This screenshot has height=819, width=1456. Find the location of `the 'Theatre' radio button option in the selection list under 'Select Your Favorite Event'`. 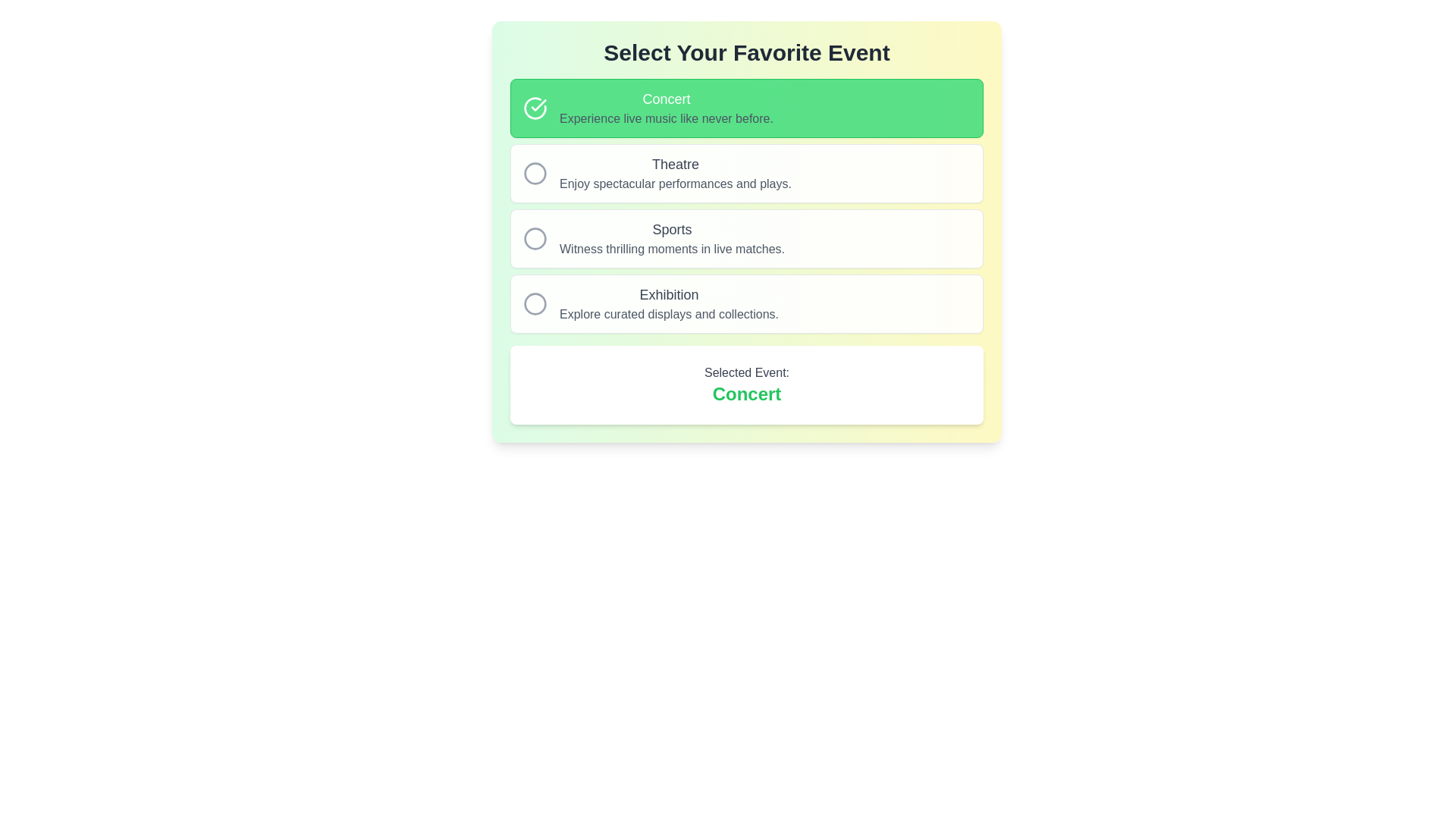

the 'Theatre' radio button option in the selection list under 'Select Your Favorite Event' is located at coordinates (746, 172).